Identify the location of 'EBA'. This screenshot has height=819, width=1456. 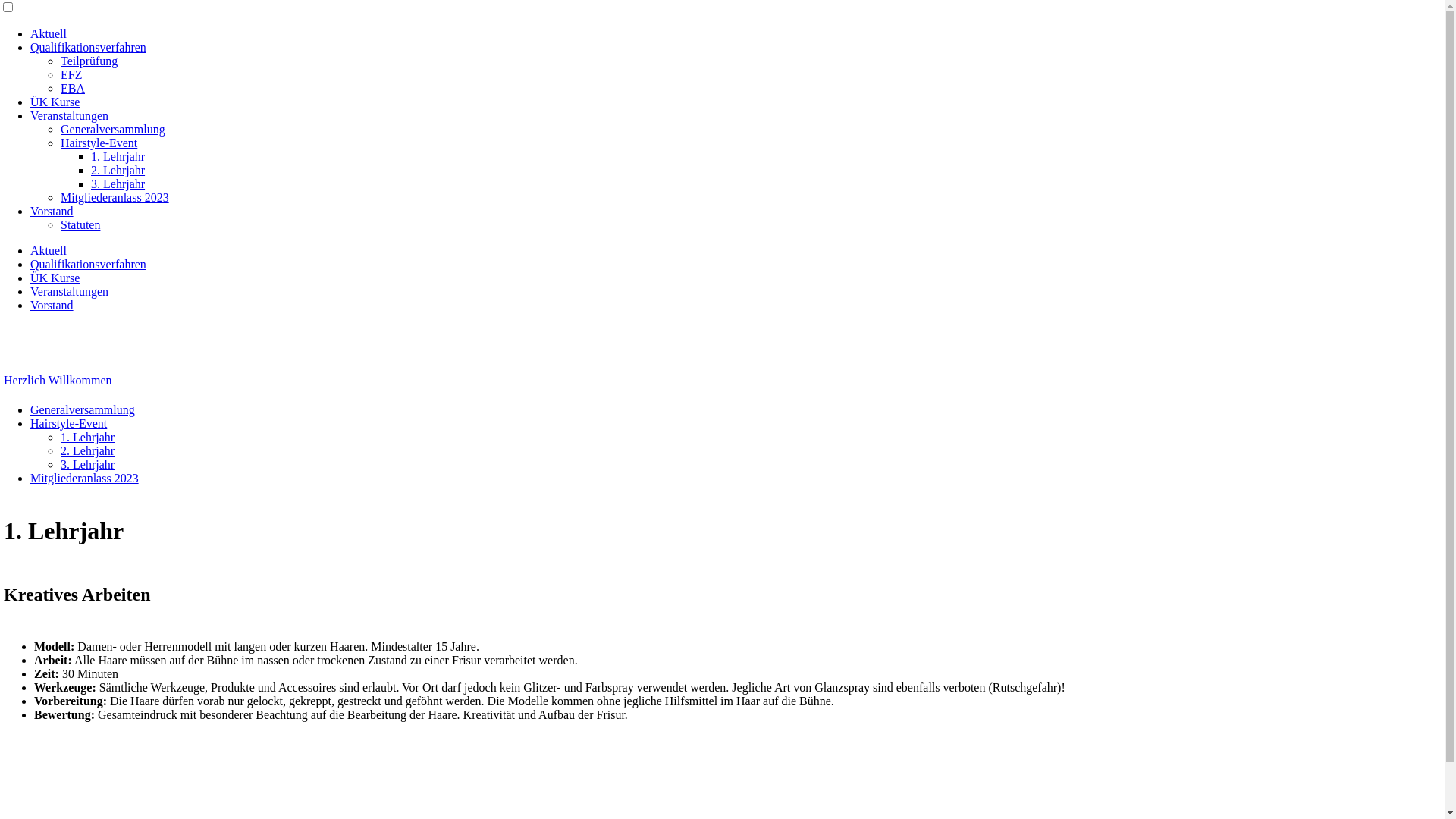
(72, 88).